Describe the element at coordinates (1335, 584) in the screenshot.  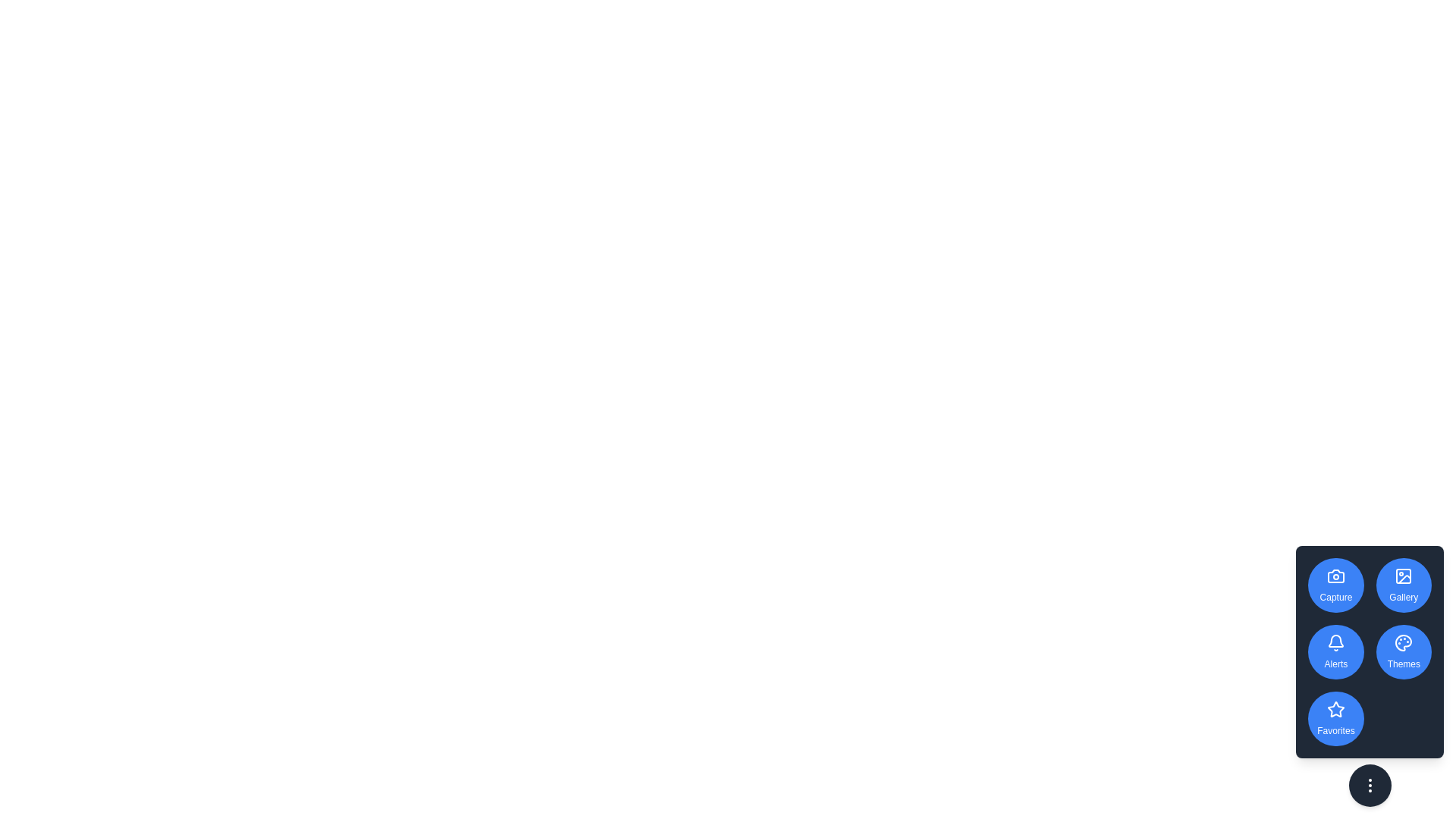
I see `the 'Capture' button to initiate the capture action` at that location.